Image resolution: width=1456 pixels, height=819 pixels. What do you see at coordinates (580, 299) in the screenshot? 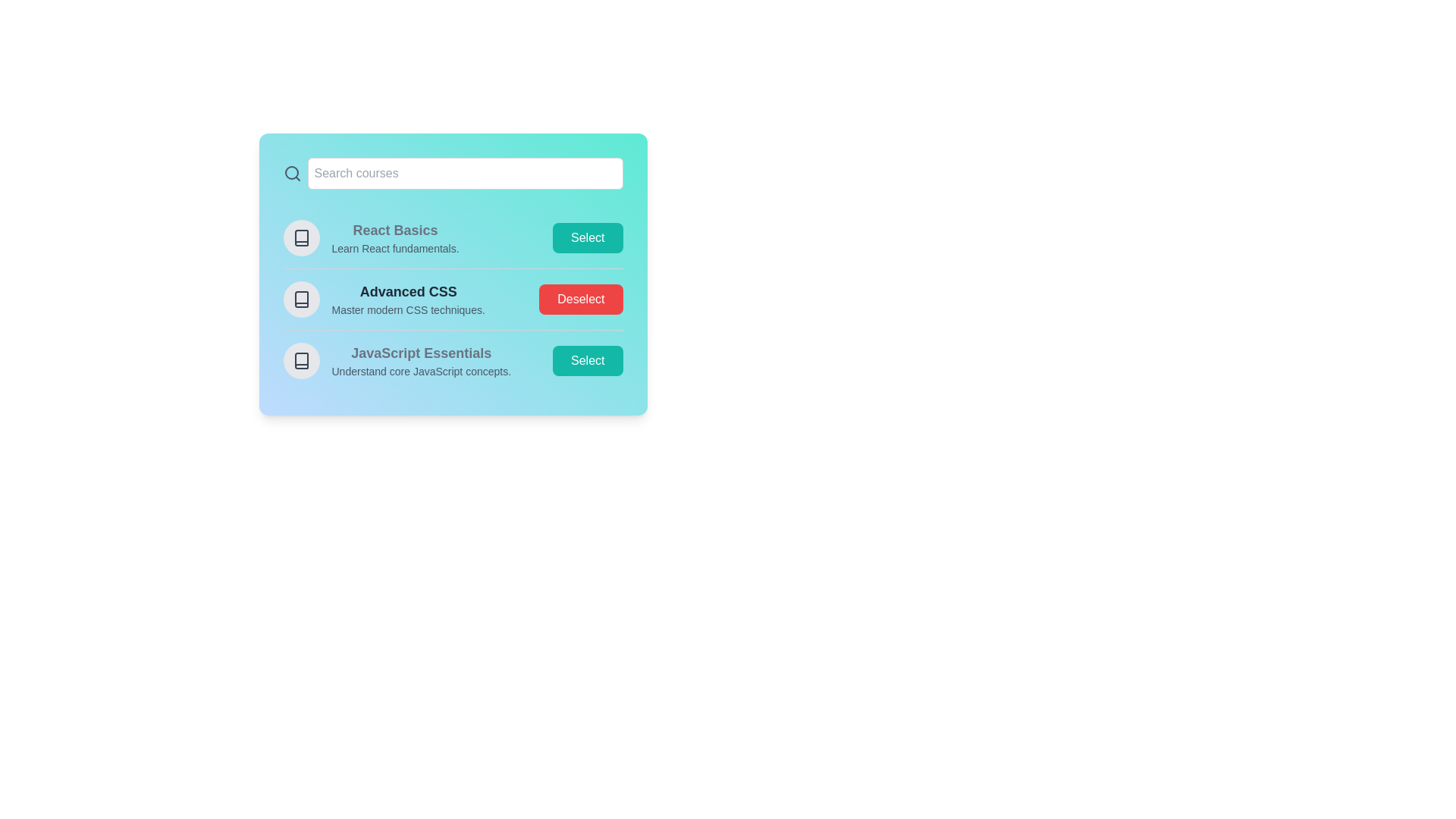
I see `the 'Deselect' button for the 'Advanced CSS' course` at bounding box center [580, 299].